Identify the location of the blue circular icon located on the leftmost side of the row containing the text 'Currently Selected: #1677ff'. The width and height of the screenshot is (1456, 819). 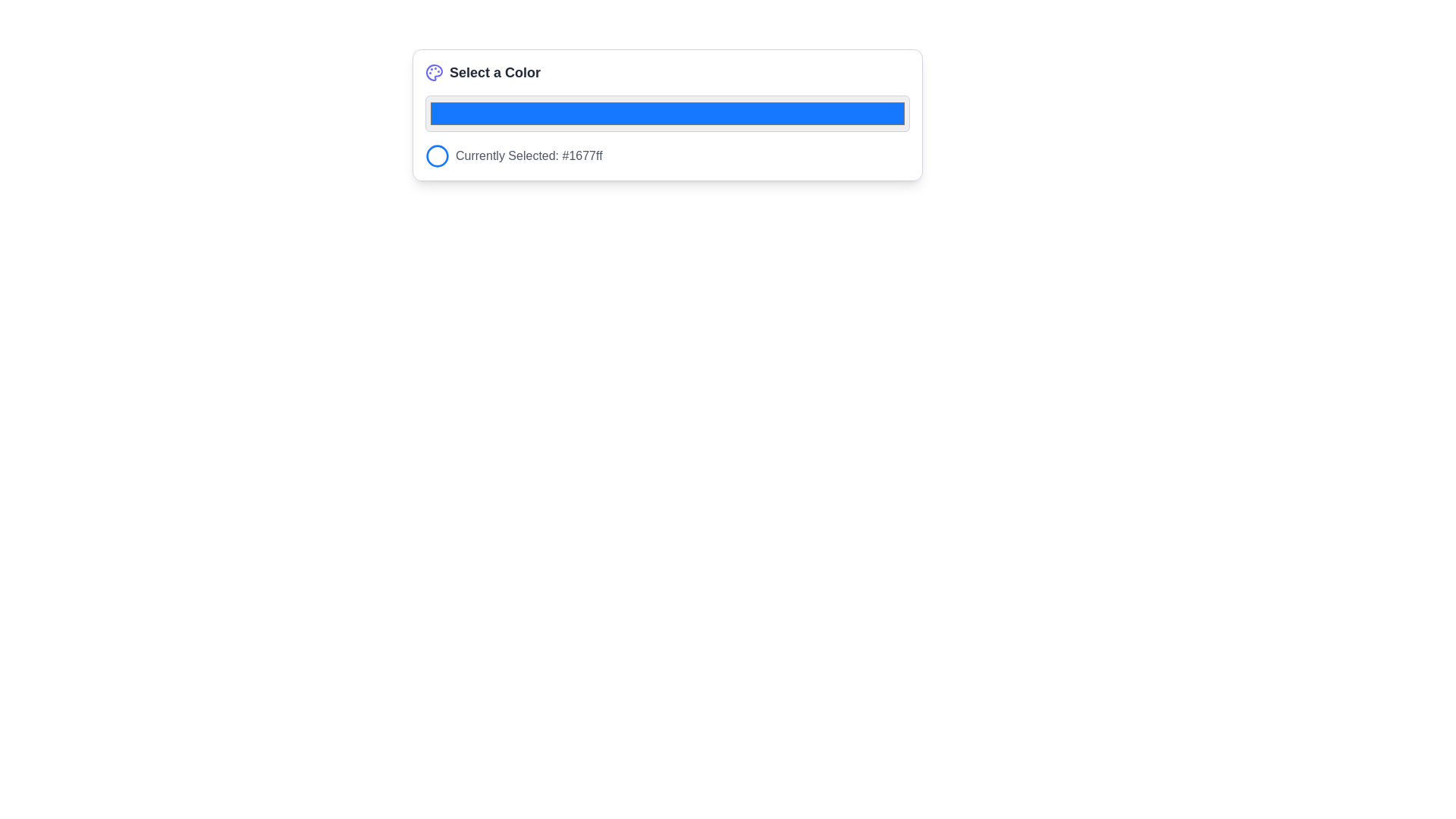
(436, 155).